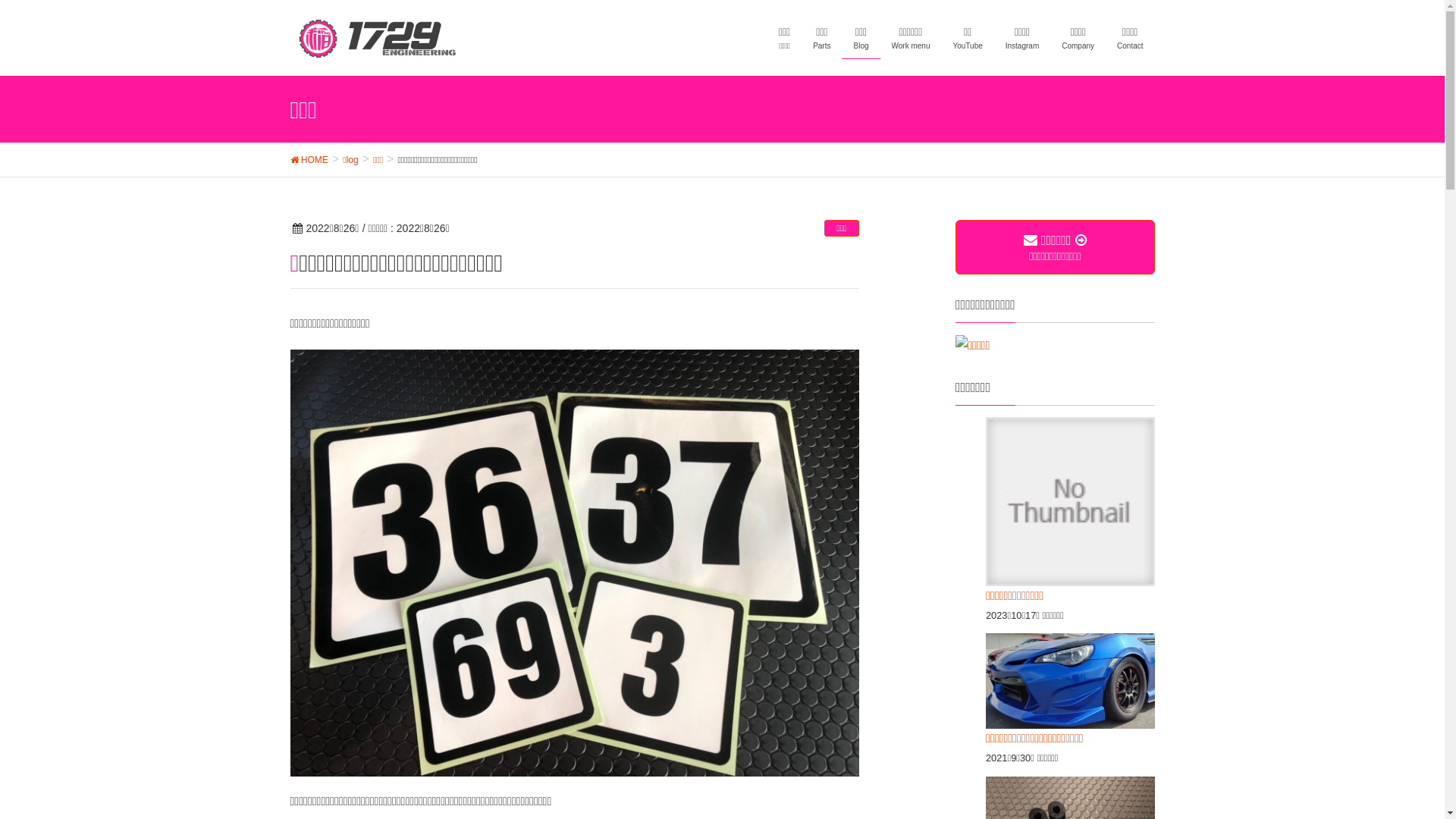 Image resolution: width=1456 pixels, height=819 pixels. I want to click on 'HOME', so click(308, 158).